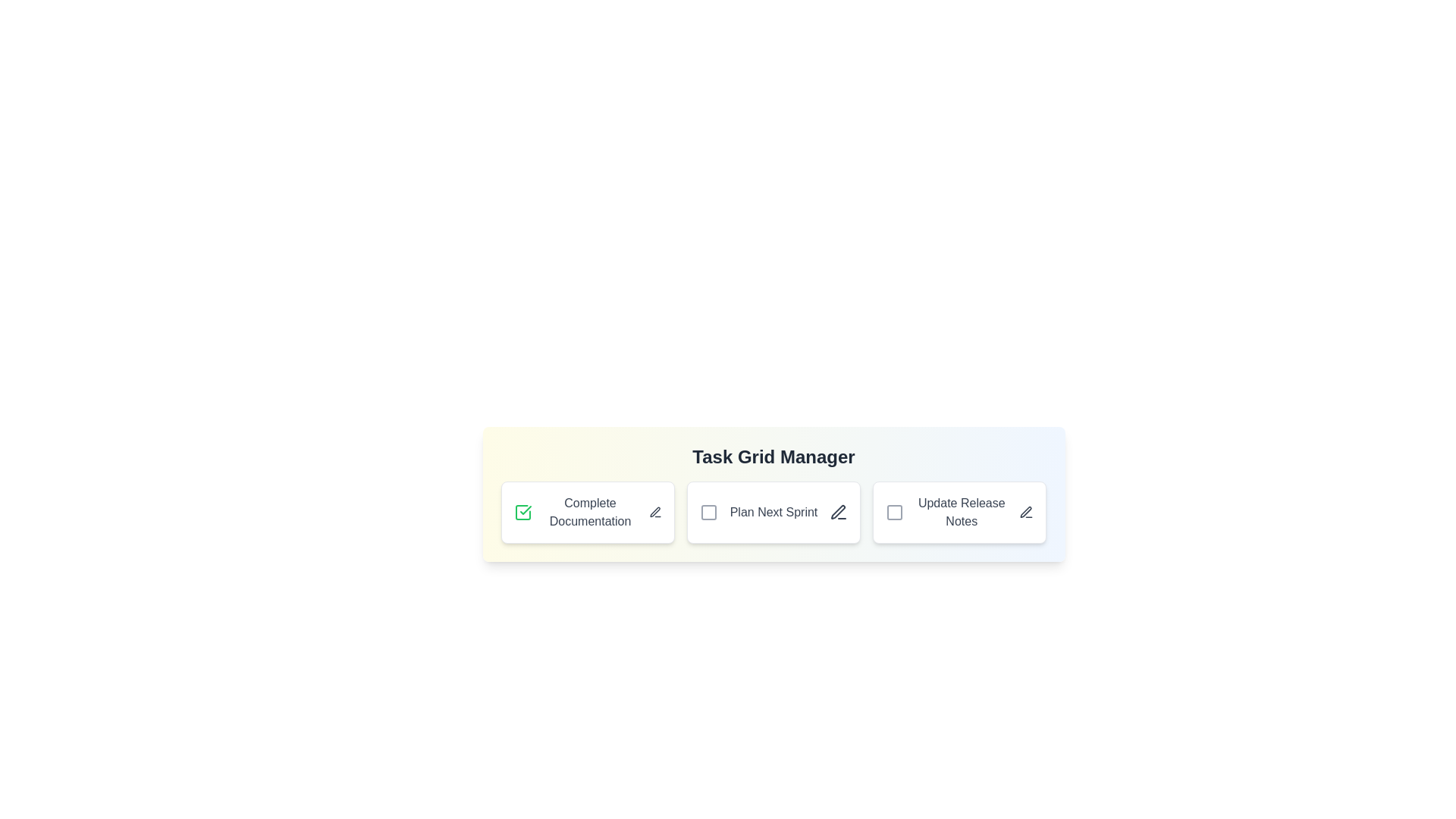 This screenshot has height=819, width=1456. Describe the element at coordinates (773, 456) in the screenshot. I see `the header of the Task Grid Manager component` at that location.